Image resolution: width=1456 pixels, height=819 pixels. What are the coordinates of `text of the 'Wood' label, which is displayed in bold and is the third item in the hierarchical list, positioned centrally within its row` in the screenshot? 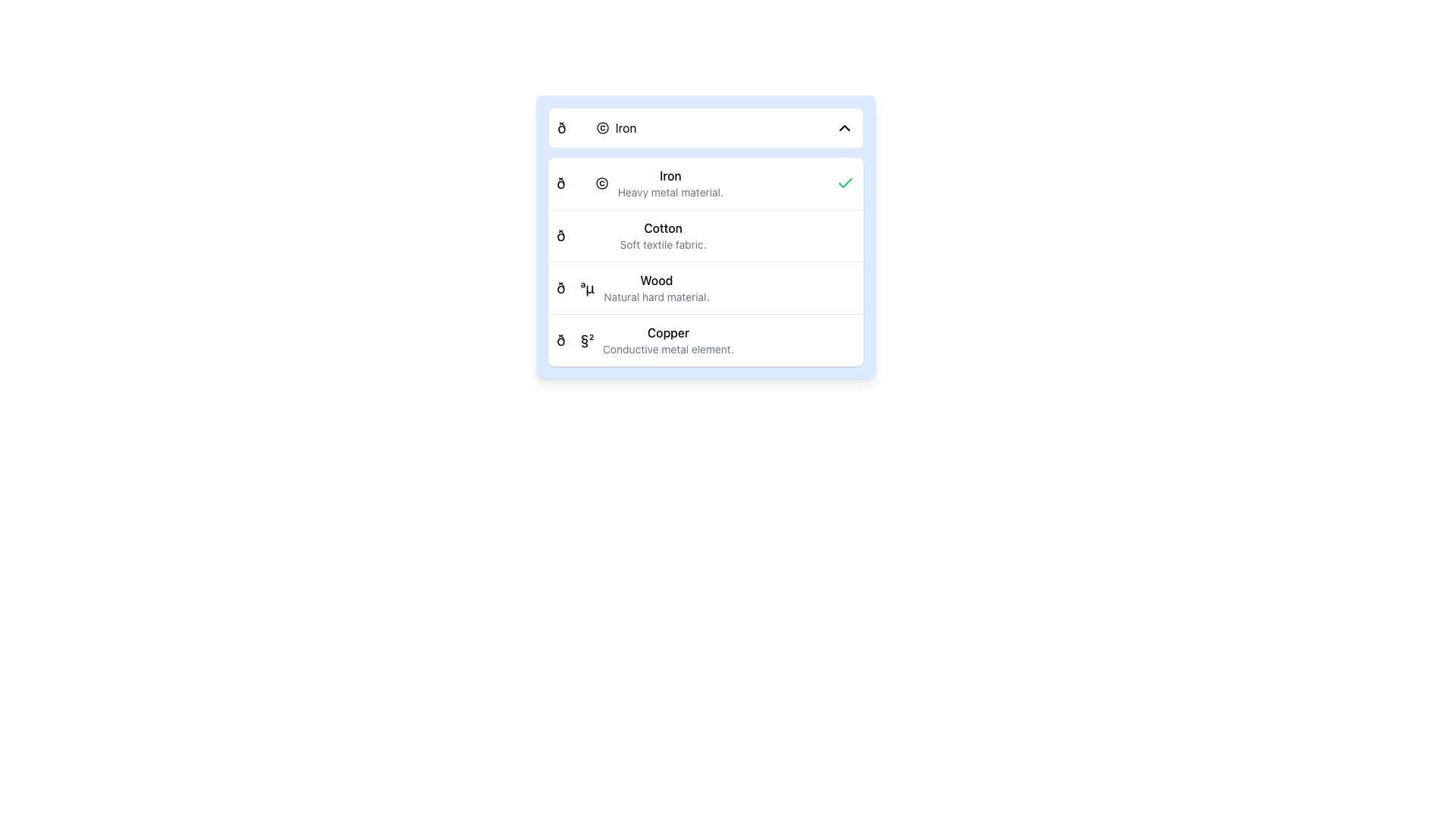 It's located at (656, 281).